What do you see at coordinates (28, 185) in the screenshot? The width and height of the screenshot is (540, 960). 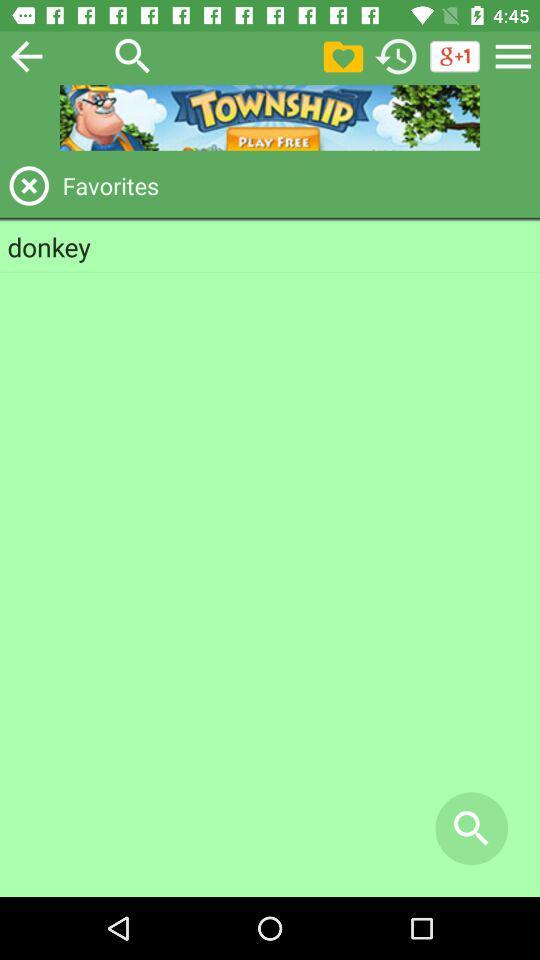 I see `favorites` at bounding box center [28, 185].